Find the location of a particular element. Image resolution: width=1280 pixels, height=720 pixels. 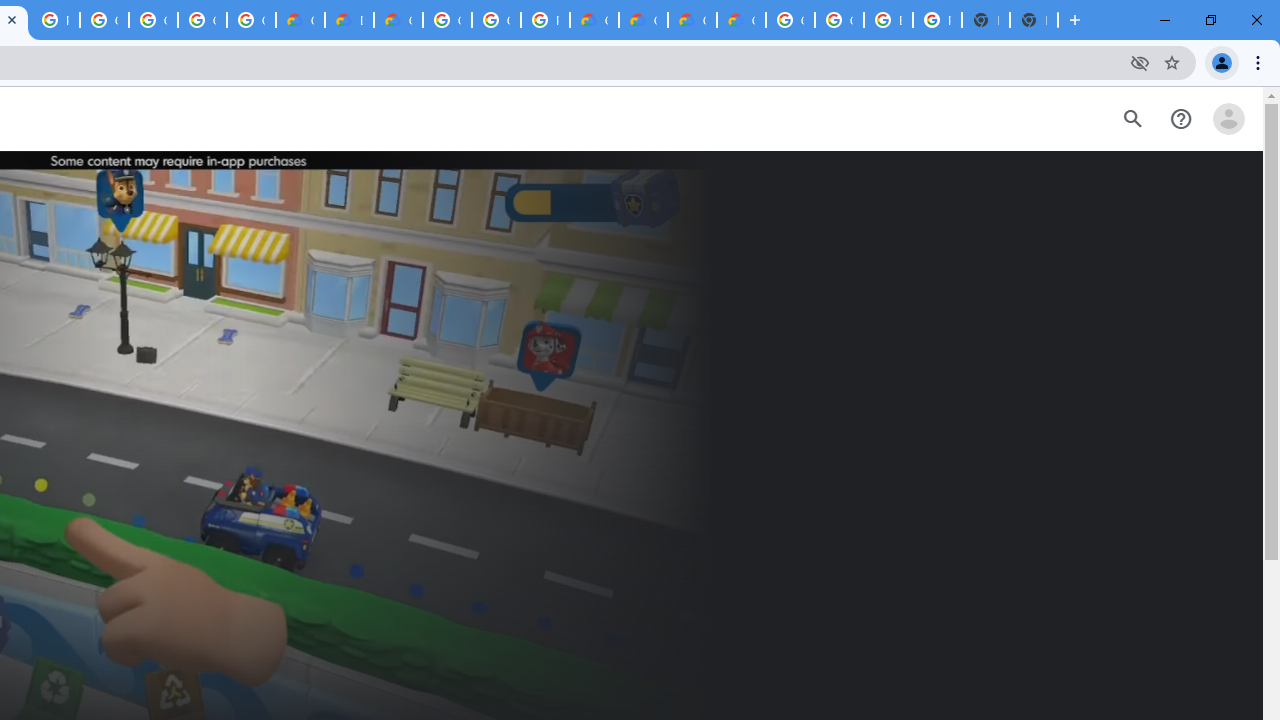

'Gemini for Business and Developers | Google Cloud' is located at coordinates (398, 20).